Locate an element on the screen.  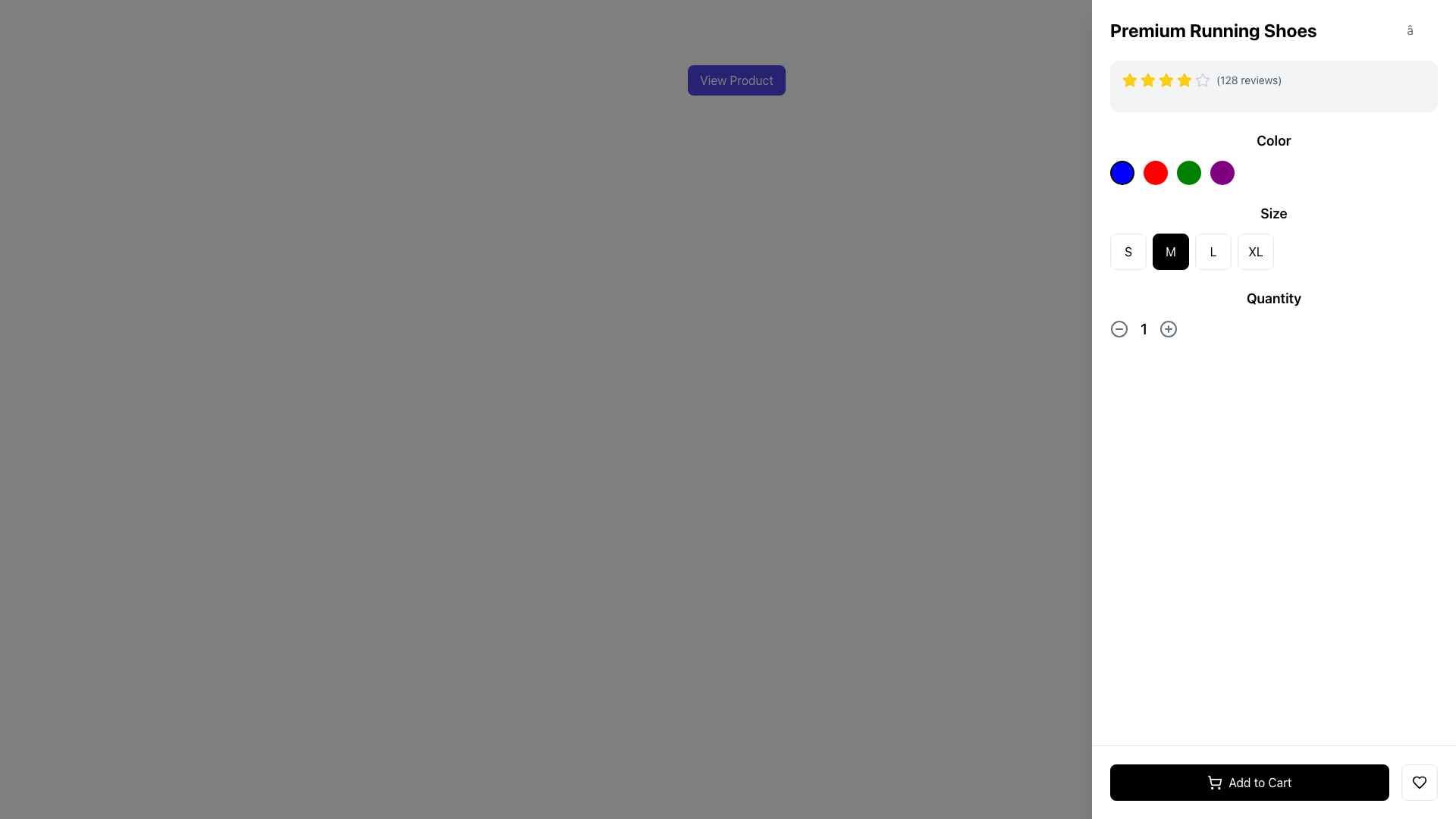
the bold and large text label displaying the number '1', which is situated between the decrement and increment icons in the 'Quantity' section is located at coordinates (1144, 328).